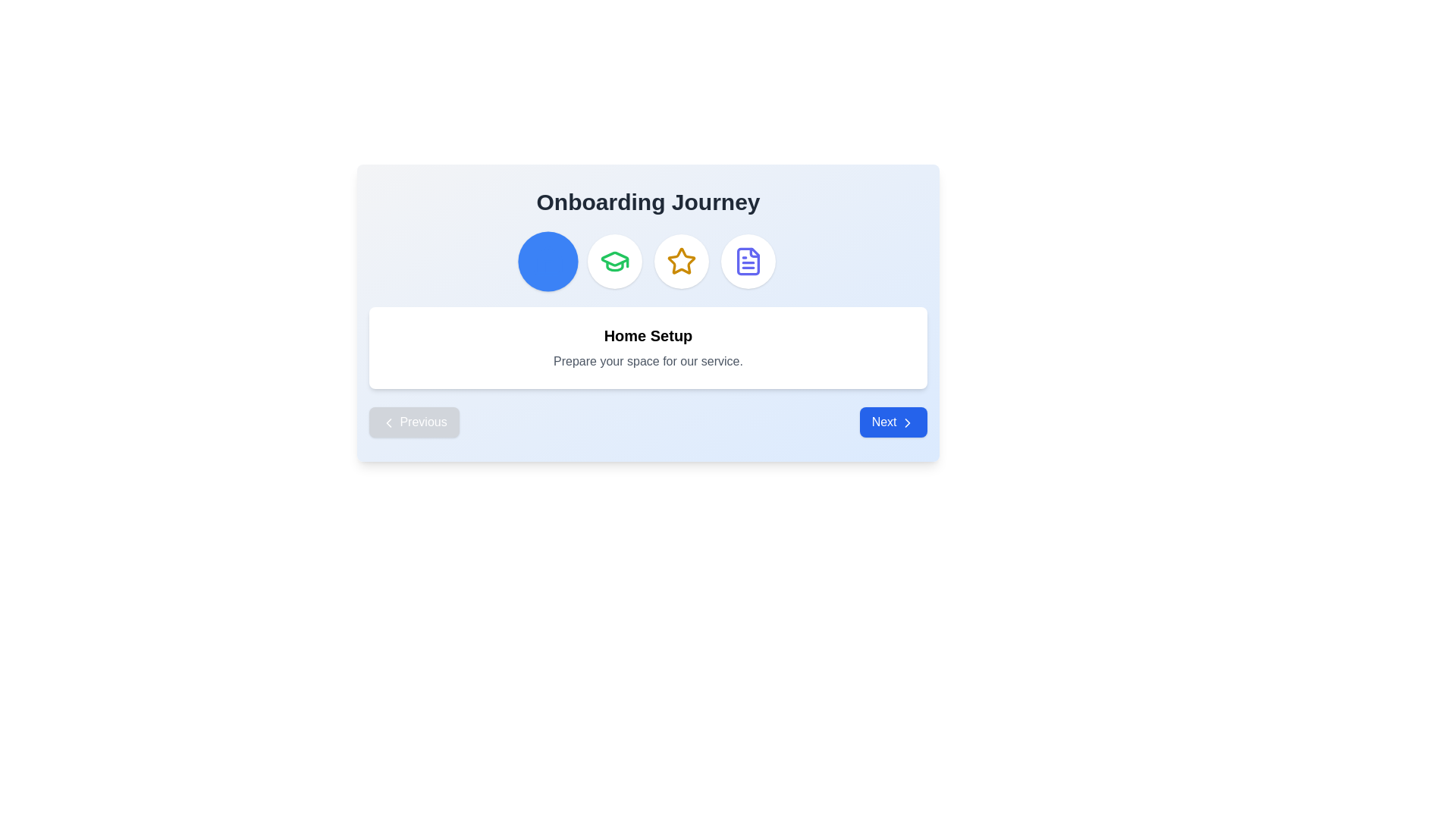 Image resolution: width=1456 pixels, height=819 pixels. What do you see at coordinates (680, 260) in the screenshot?
I see `the star-shaped icon with a yellow stroke, which is the third circular icon in a row of four, located centrally in the layout` at bounding box center [680, 260].